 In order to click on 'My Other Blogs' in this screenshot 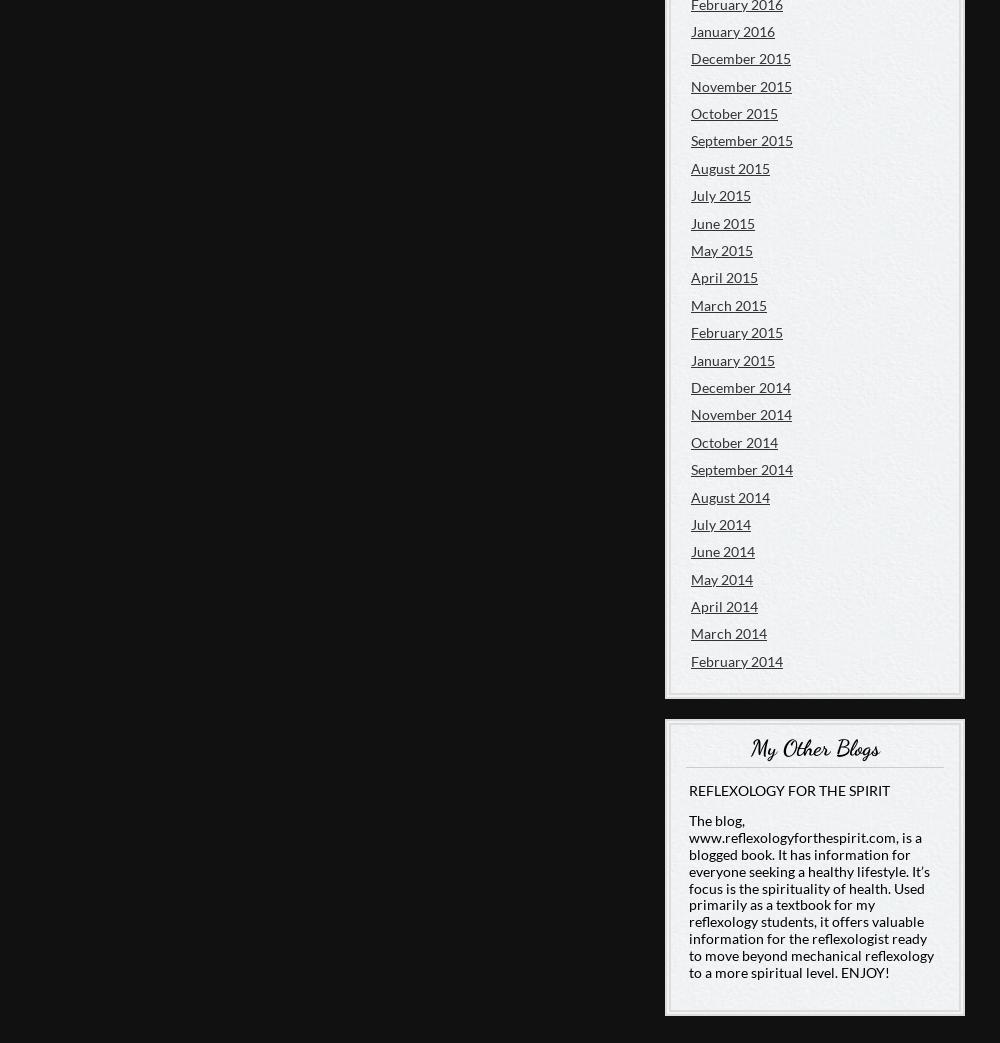, I will do `click(813, 747)`.